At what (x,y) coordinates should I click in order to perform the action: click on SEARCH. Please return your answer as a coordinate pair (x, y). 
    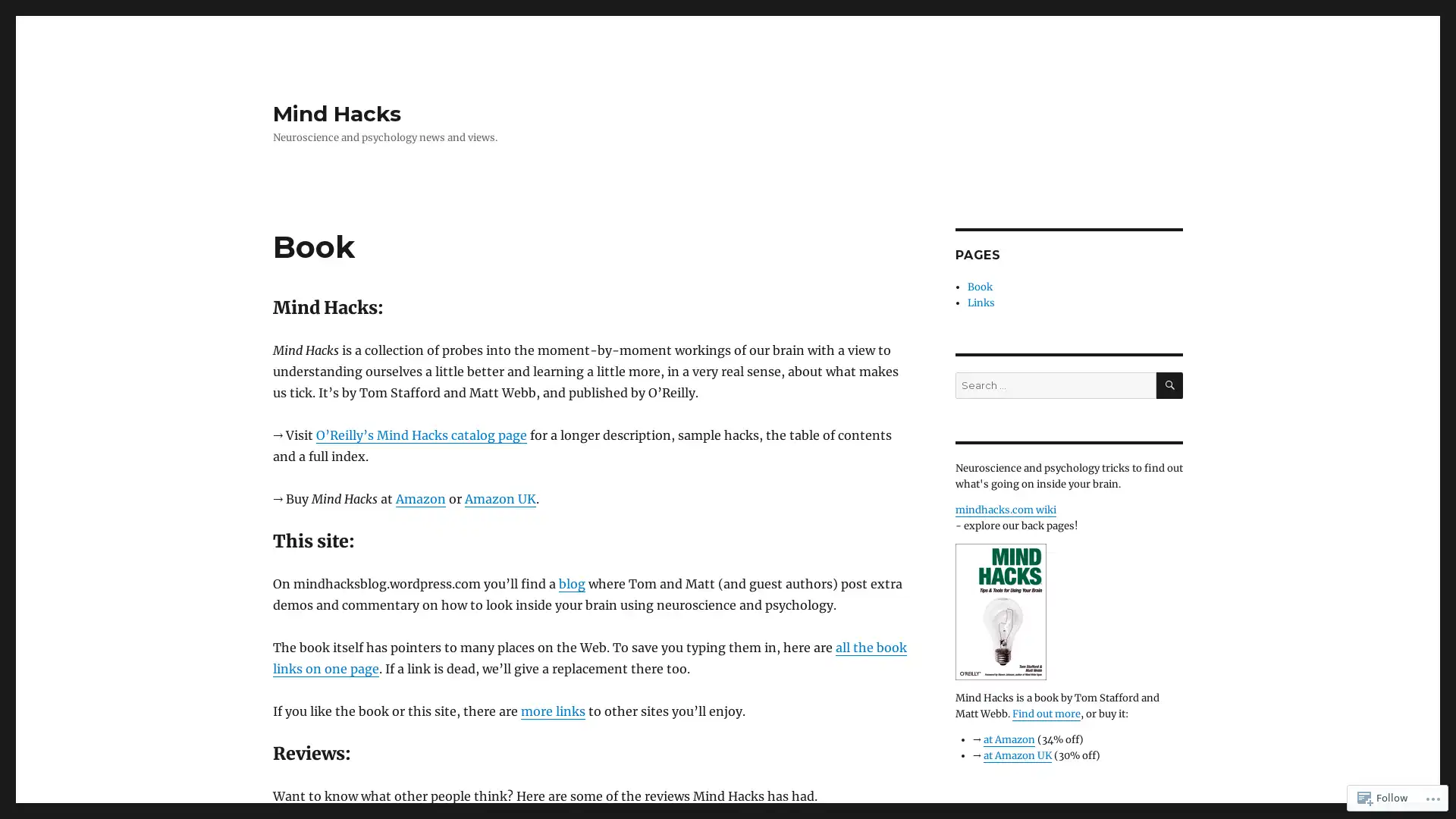
    Looking at the image, I should click on (1169, 384).